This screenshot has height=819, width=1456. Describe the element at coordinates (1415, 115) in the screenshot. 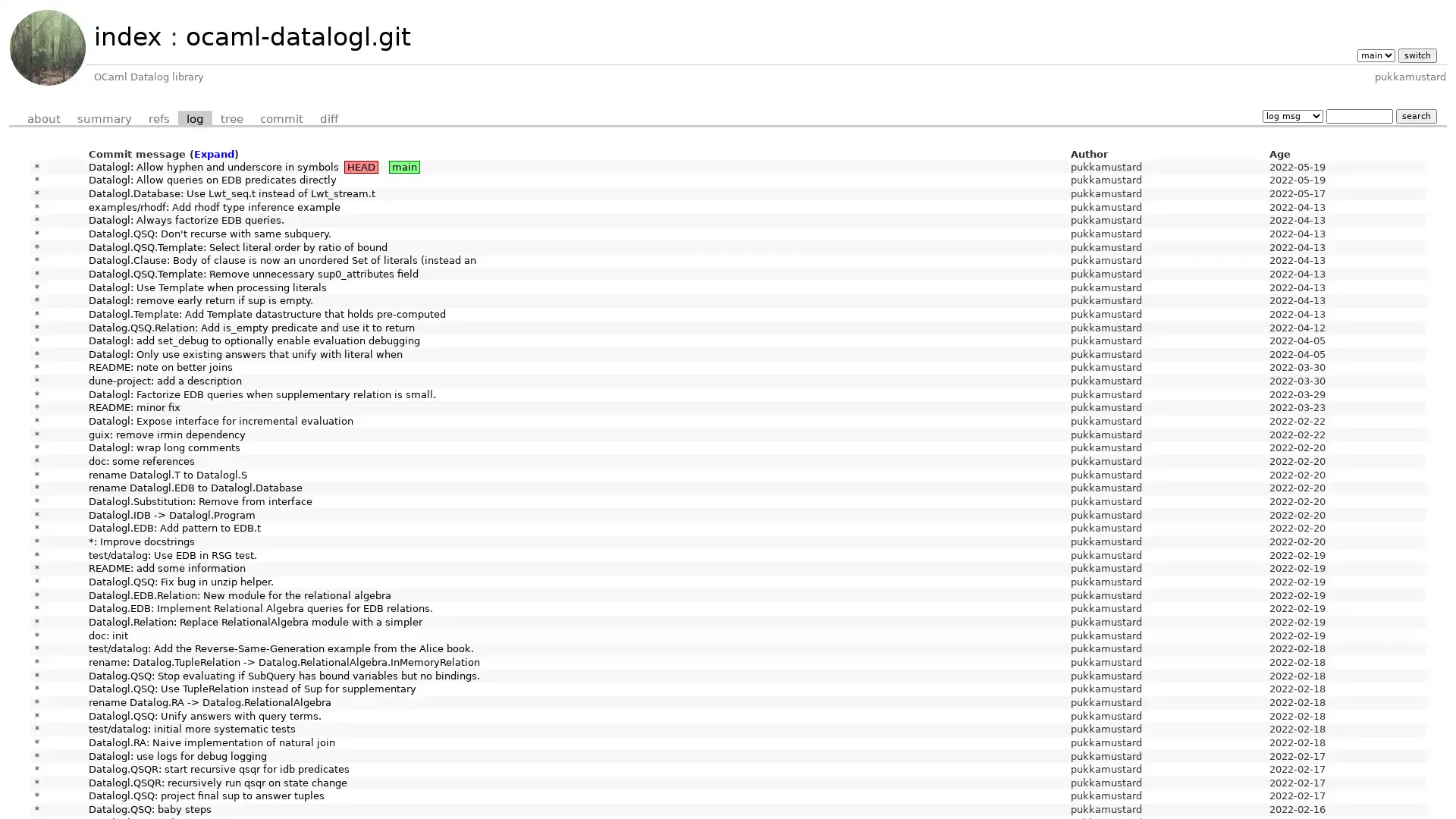

I see `search` at that location.